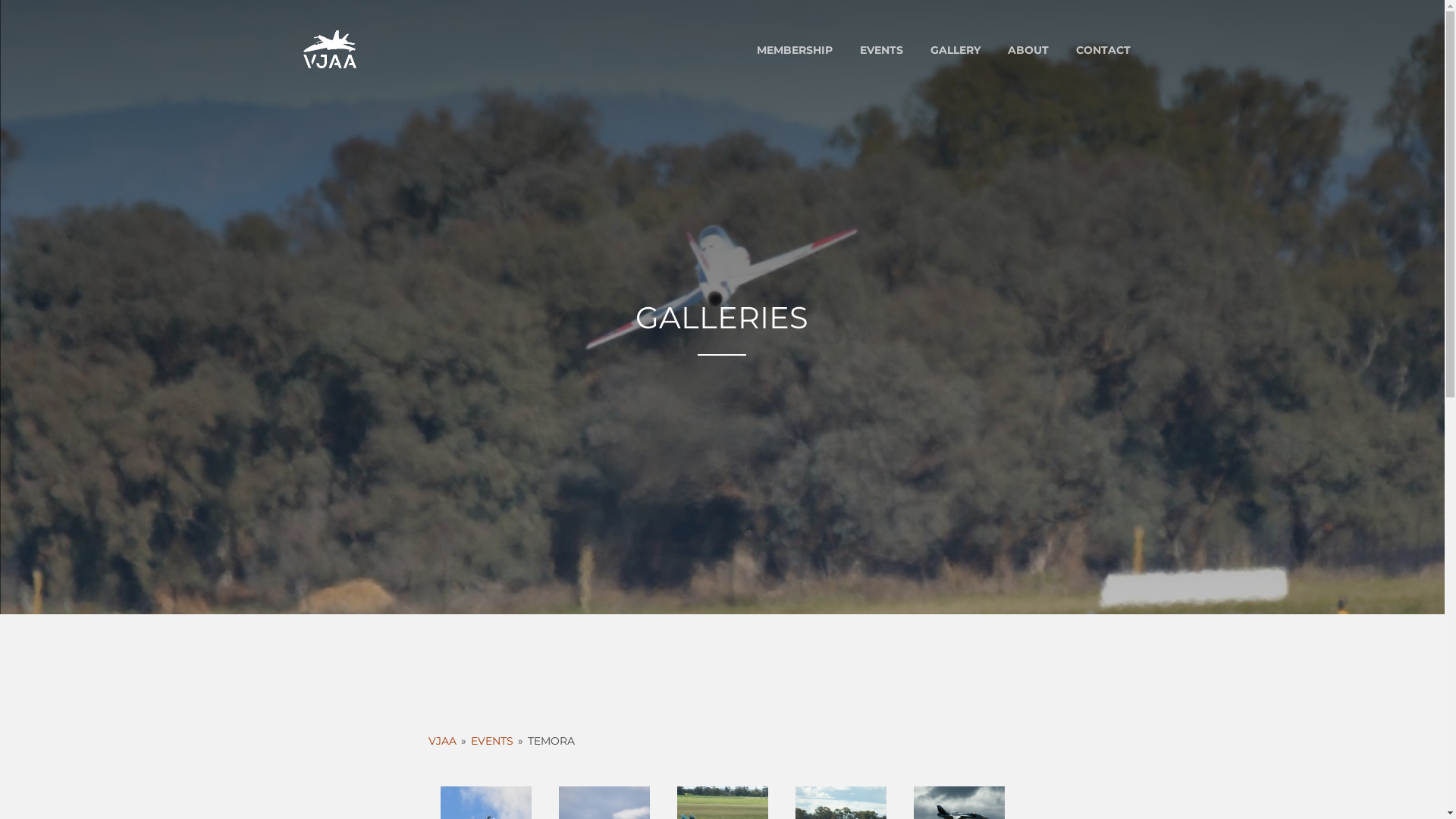 Image resolution: width=1456 pixels, height=819 pixels. What do you see at coordinates (1062, 49) in the screenshot?
I see `'CONTACT'` at bounding box center [1062, 49].